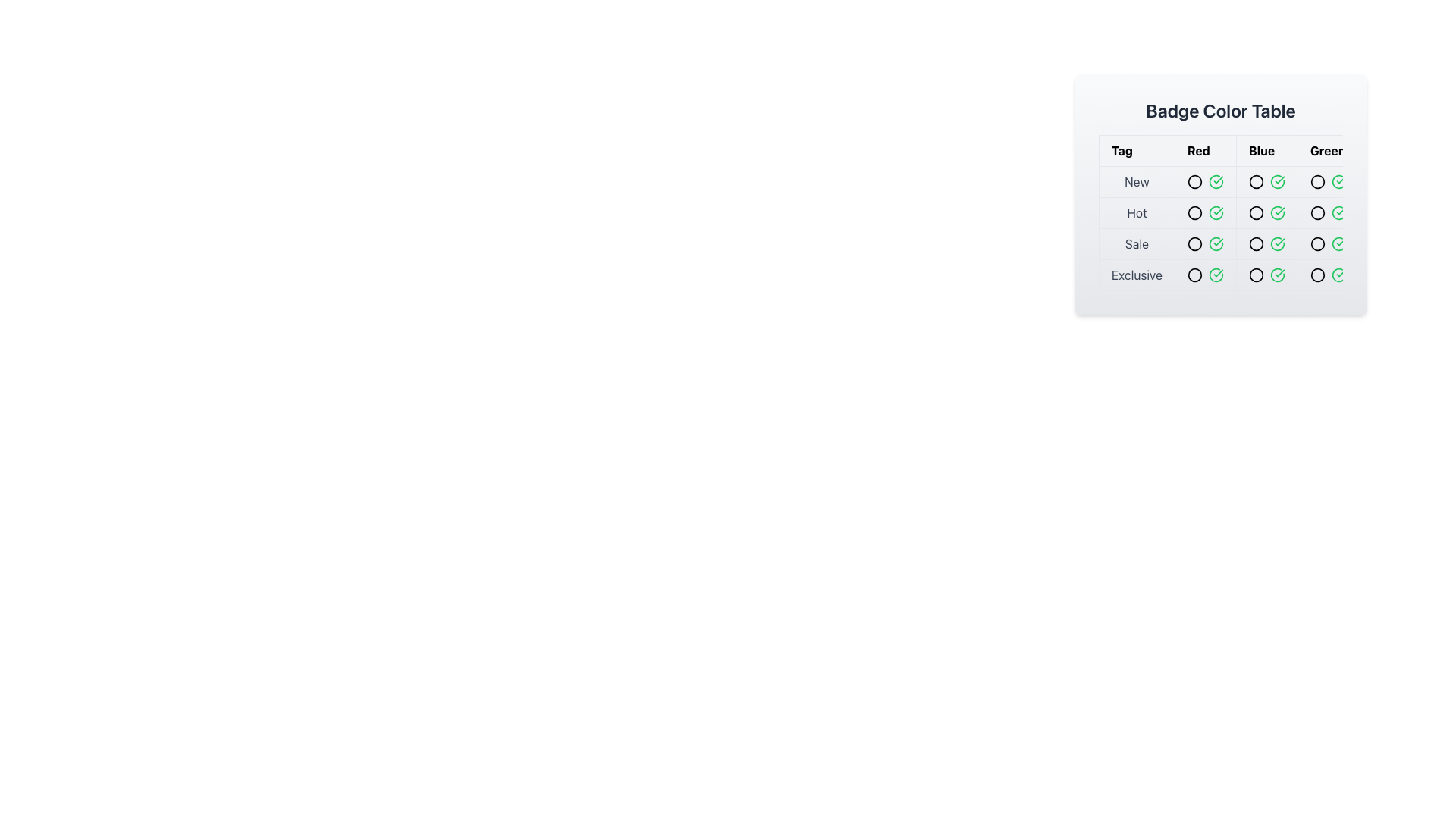  What do you see at coordinates (1194, 213) in the screenshot?
I see `the circular badge with a red stroke located in the 'Red' column of the 'Hot' row in the 'Badge Color Table'` at bounding box center [1194, 213].